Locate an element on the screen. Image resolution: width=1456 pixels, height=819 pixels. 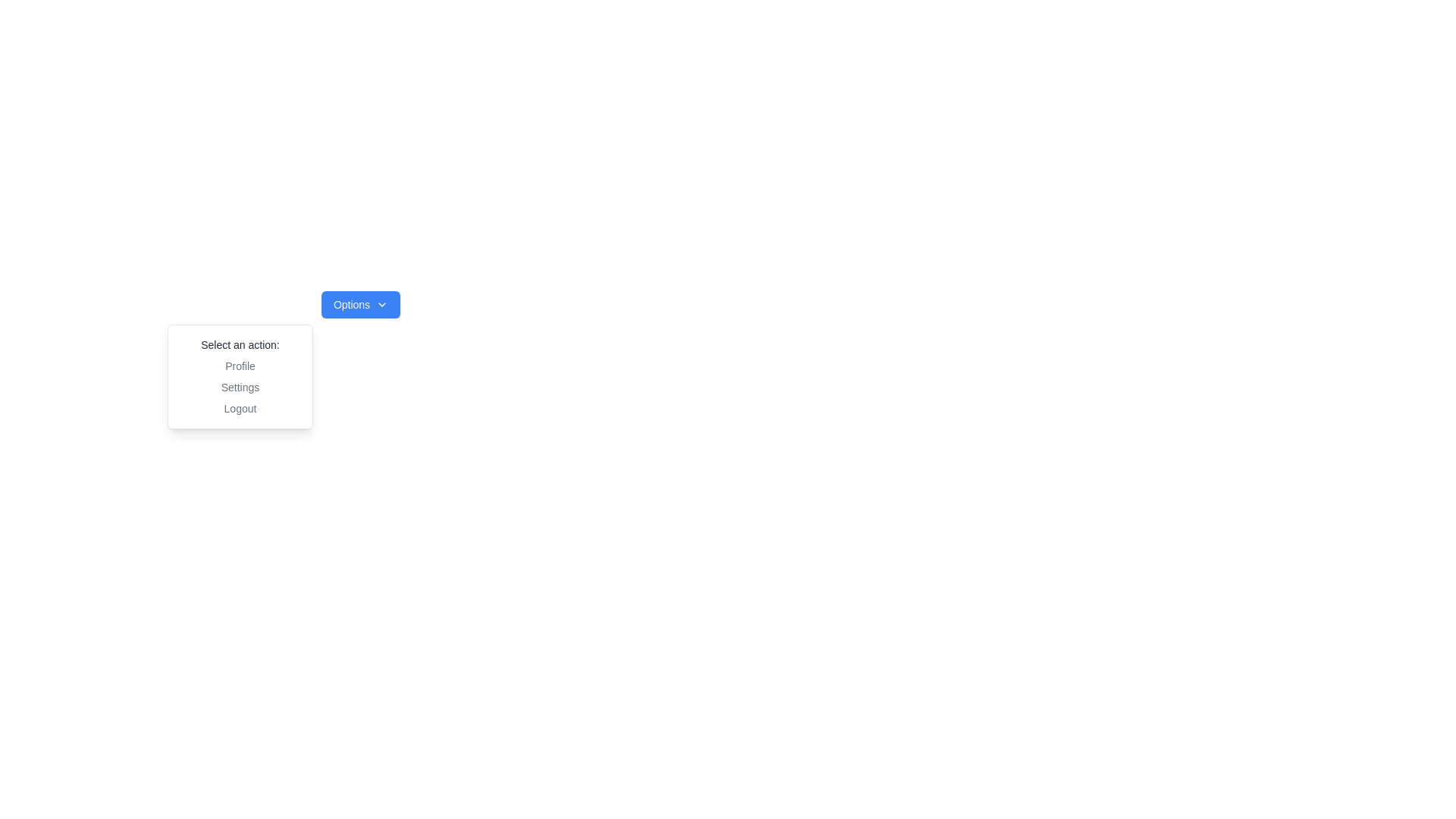
the 'Profile' text label, which serves as a title for the interactive link underneath it in the dropdown menu is located at coordinates (239, 366).